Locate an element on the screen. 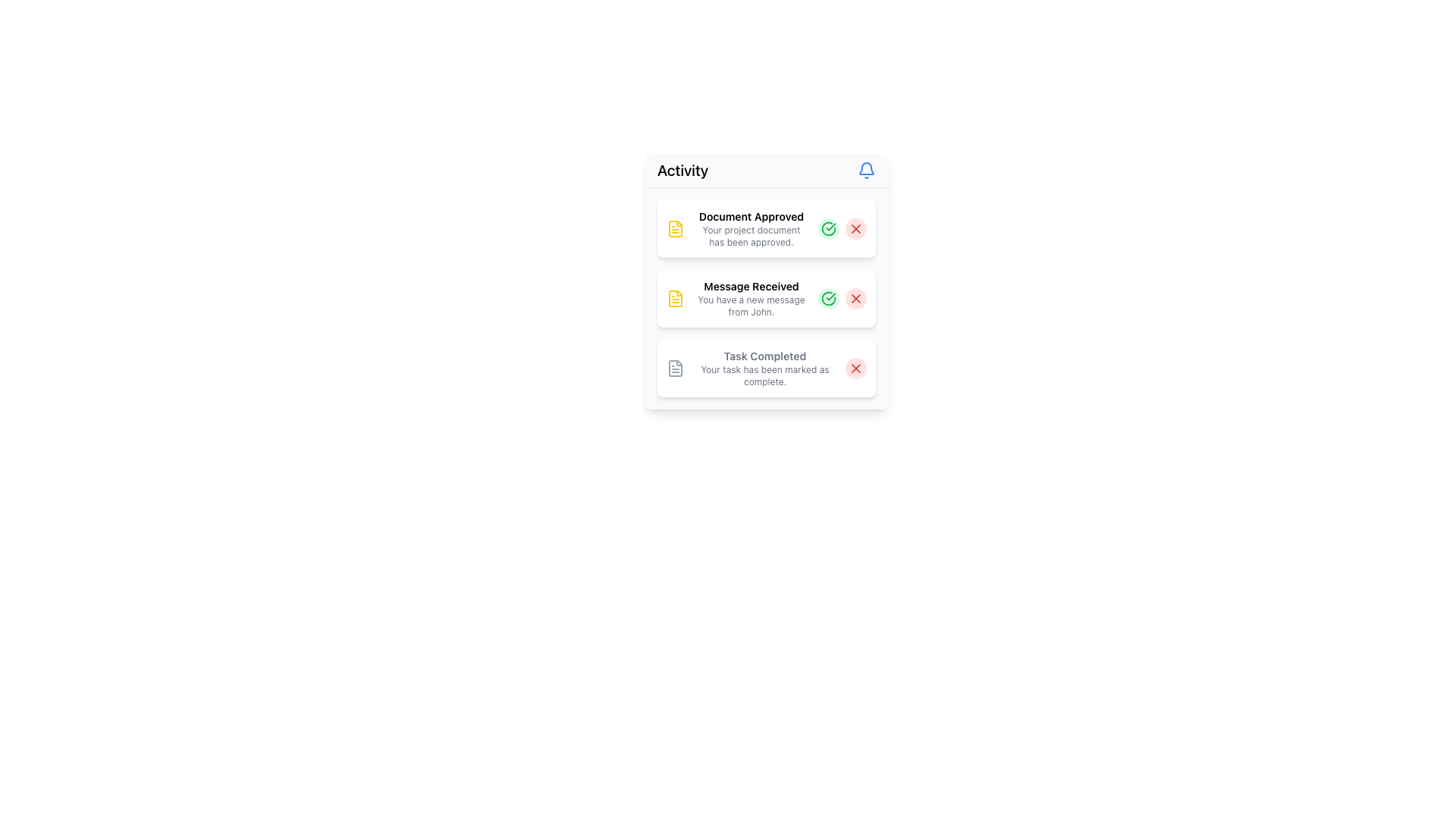  text label indicating that a document has been approved, located towards the top left of the activity panel above the subtext 'Your project document has been approved.' is located at coordinates (751, 216).